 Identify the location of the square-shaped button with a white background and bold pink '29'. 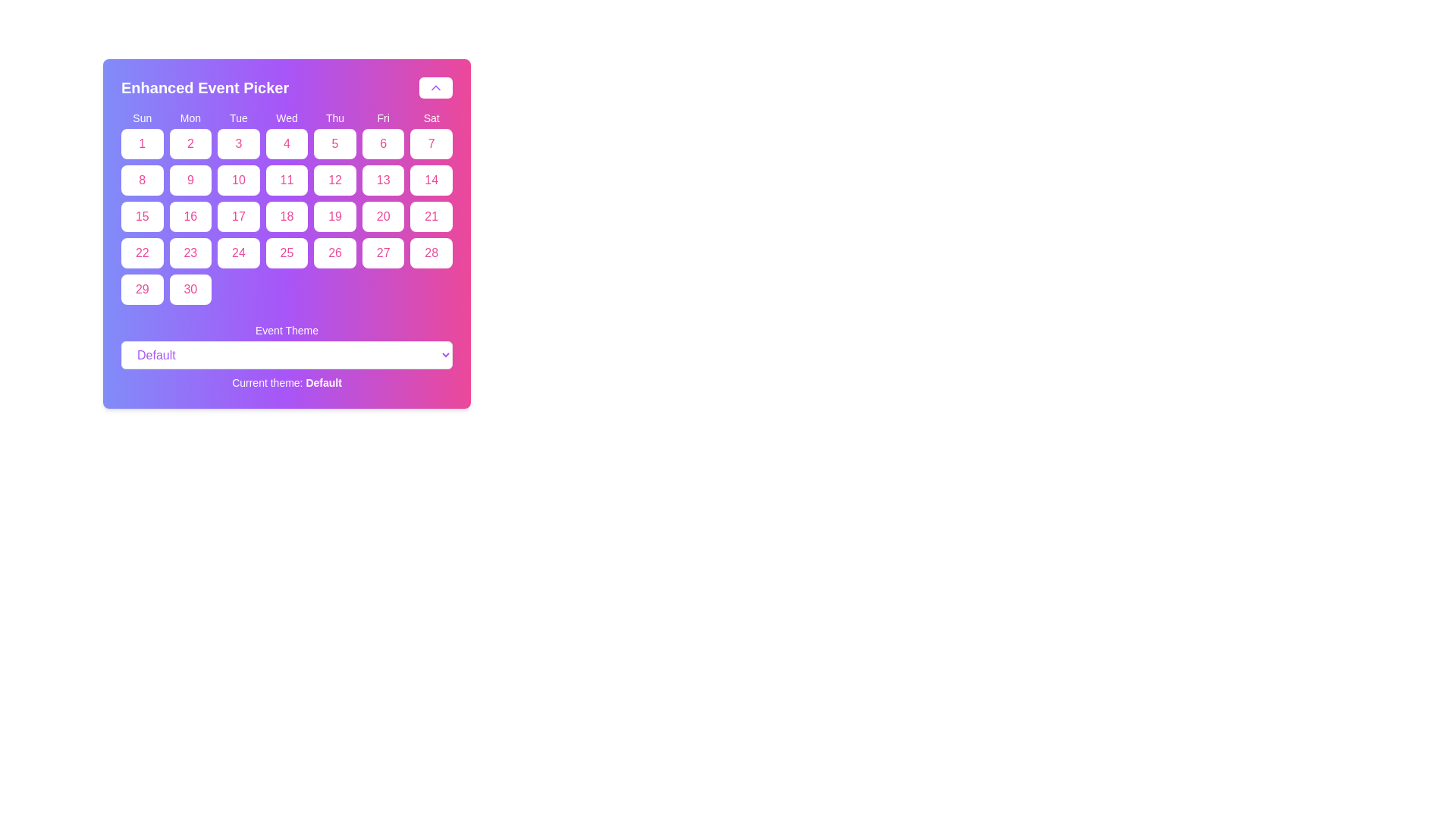
(142, 289).